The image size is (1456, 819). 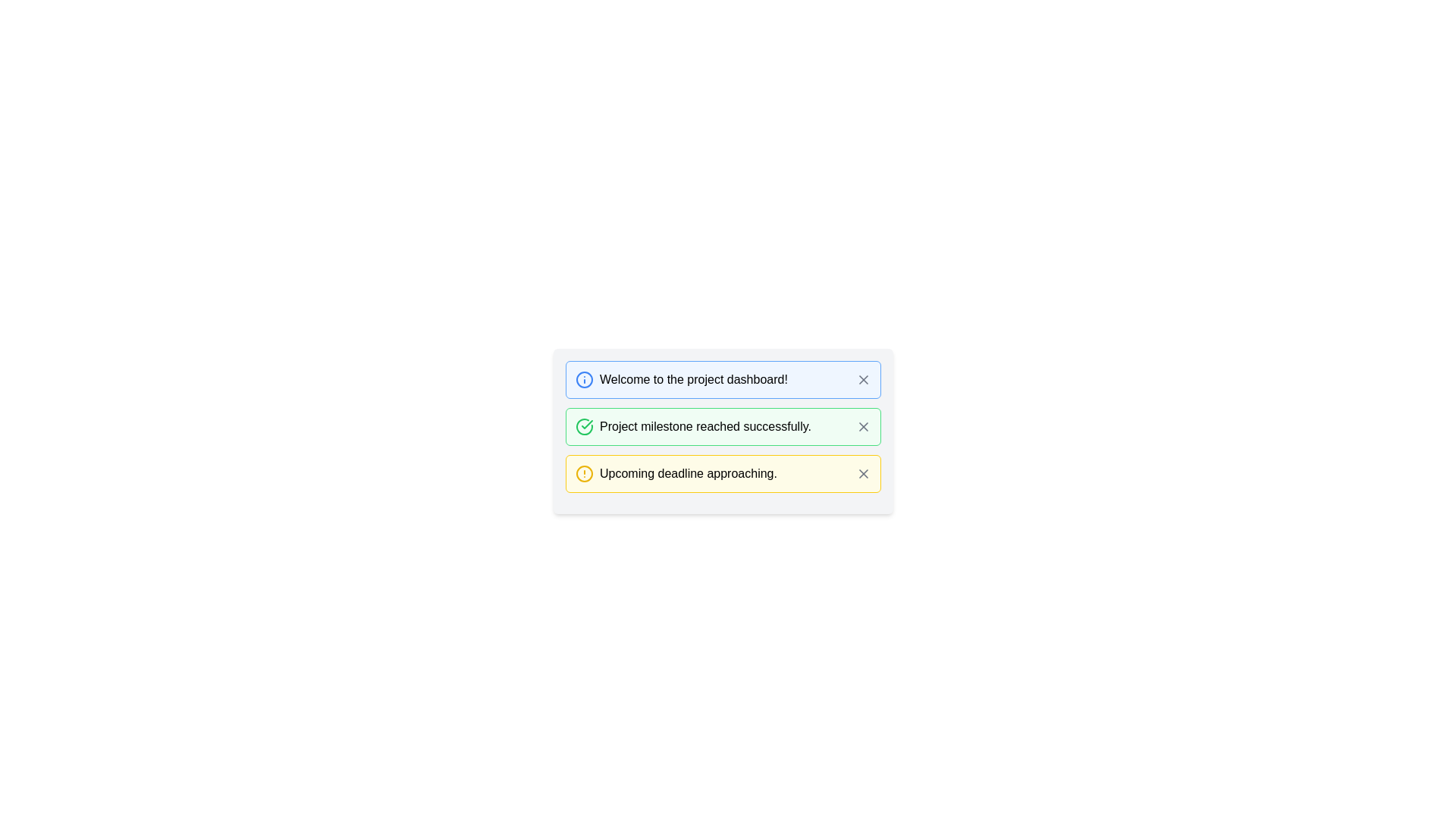 I want to click on the Close button icon within the notification that dismisses the notification containing the message 'Project milestone reached successfully.', so click(x=863, y=427).